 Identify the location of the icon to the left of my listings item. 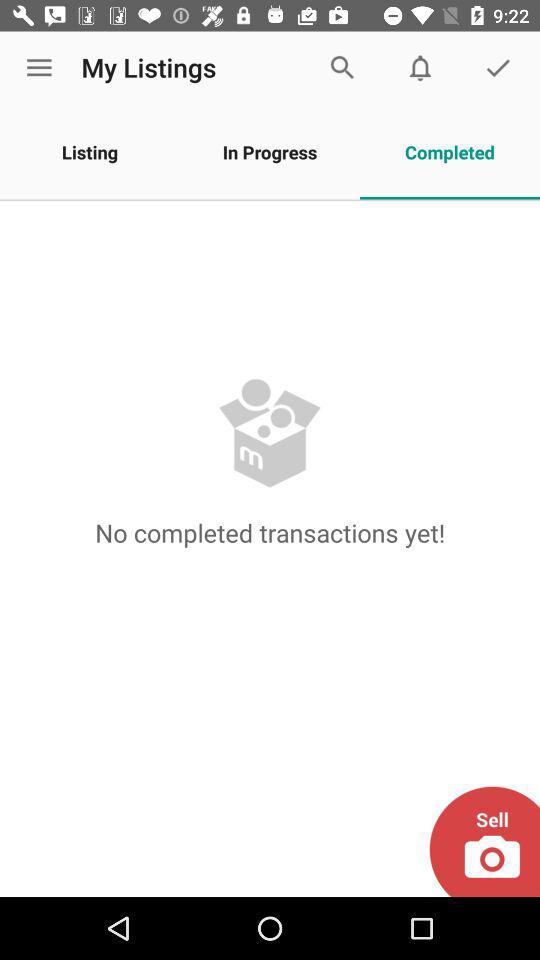
(39, 68).